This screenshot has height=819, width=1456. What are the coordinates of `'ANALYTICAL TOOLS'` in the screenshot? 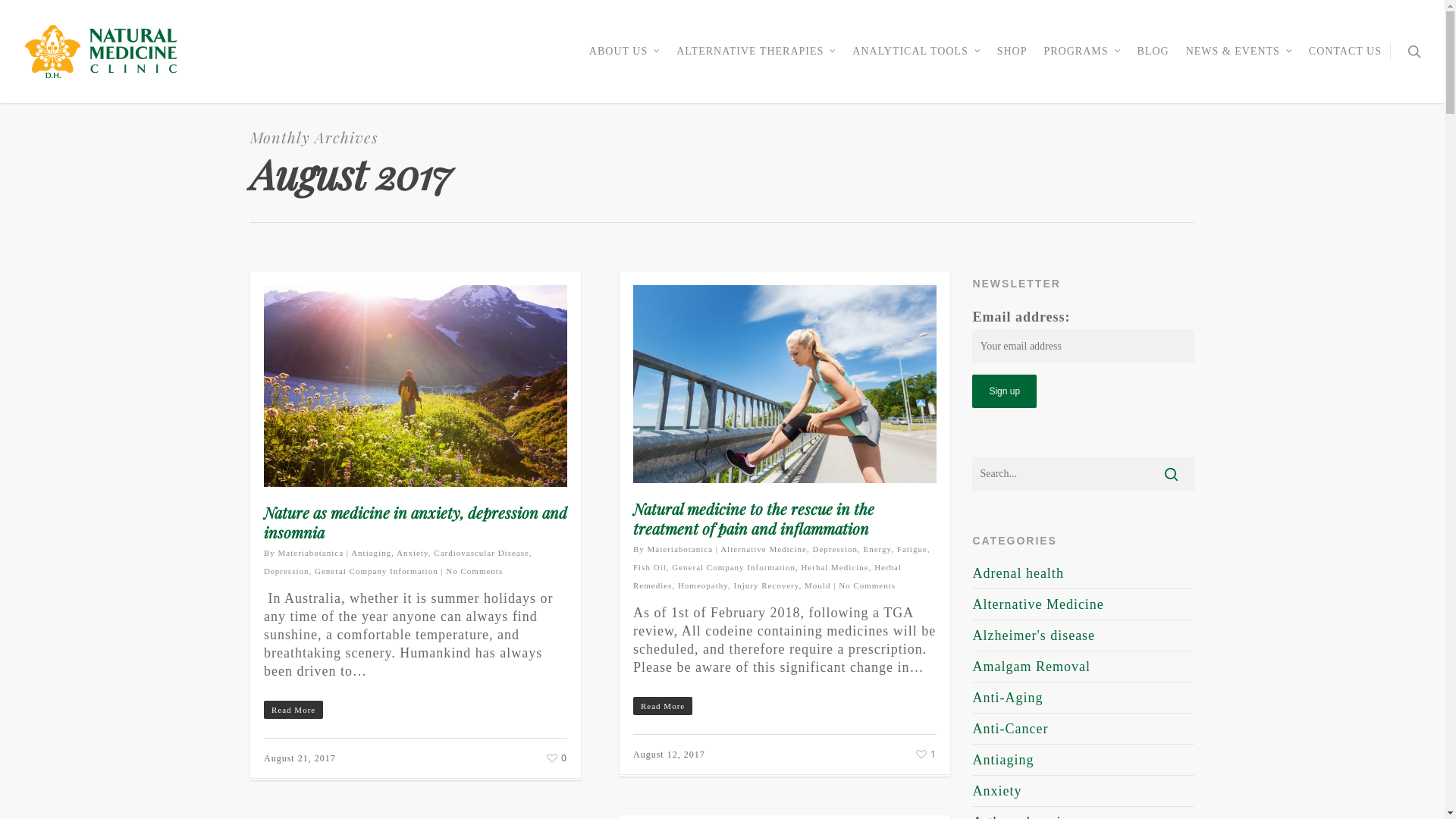 It's located at (915, 61).